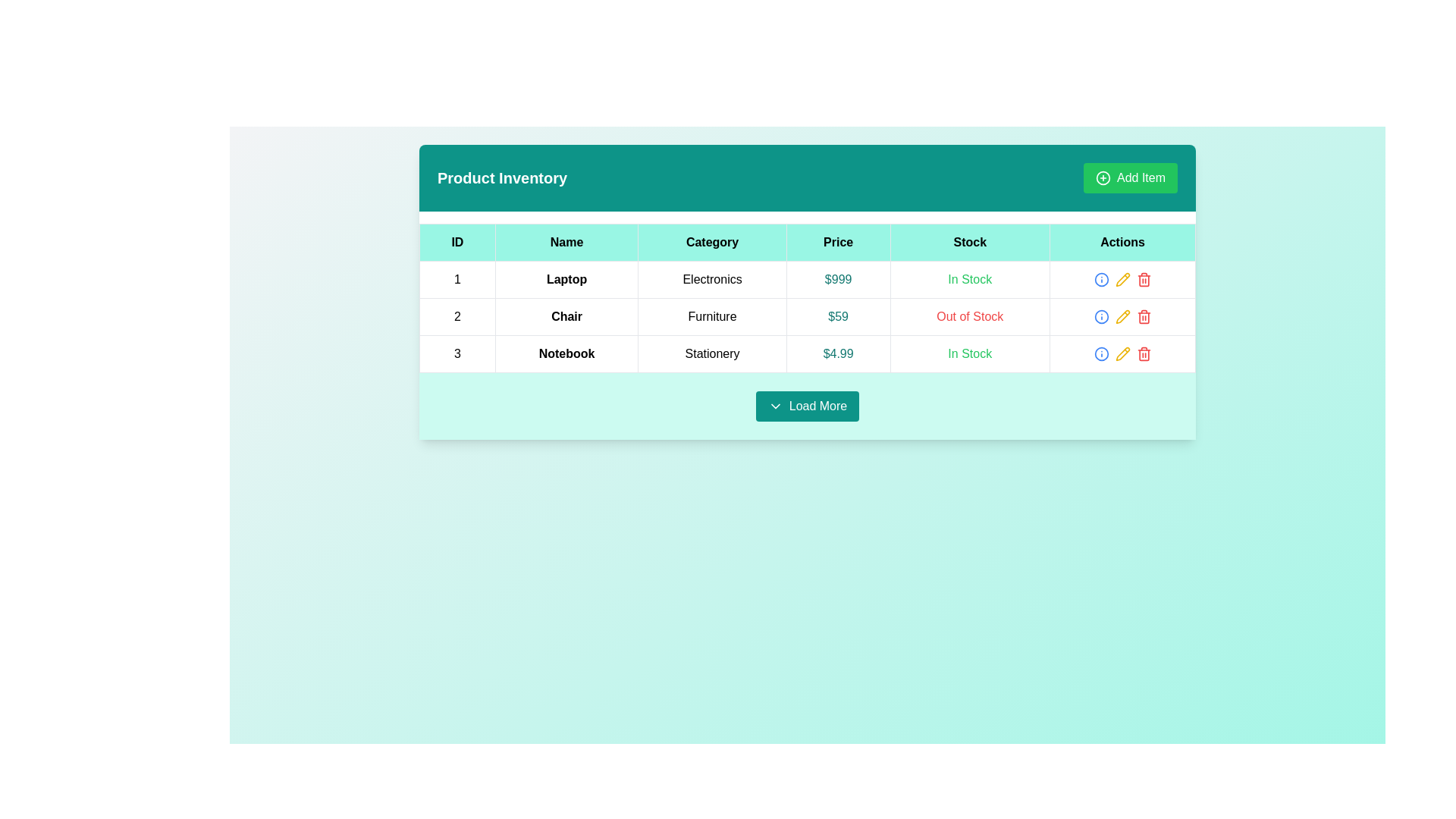 The width and height of the screenshot is (1456, 819). Describe the element at coordinates (969, 279) in the screenshot. I see `the 'In Stock' static text label in green color, indicating availability for the product 'Laptop' in the Stock column of the table` at that location.